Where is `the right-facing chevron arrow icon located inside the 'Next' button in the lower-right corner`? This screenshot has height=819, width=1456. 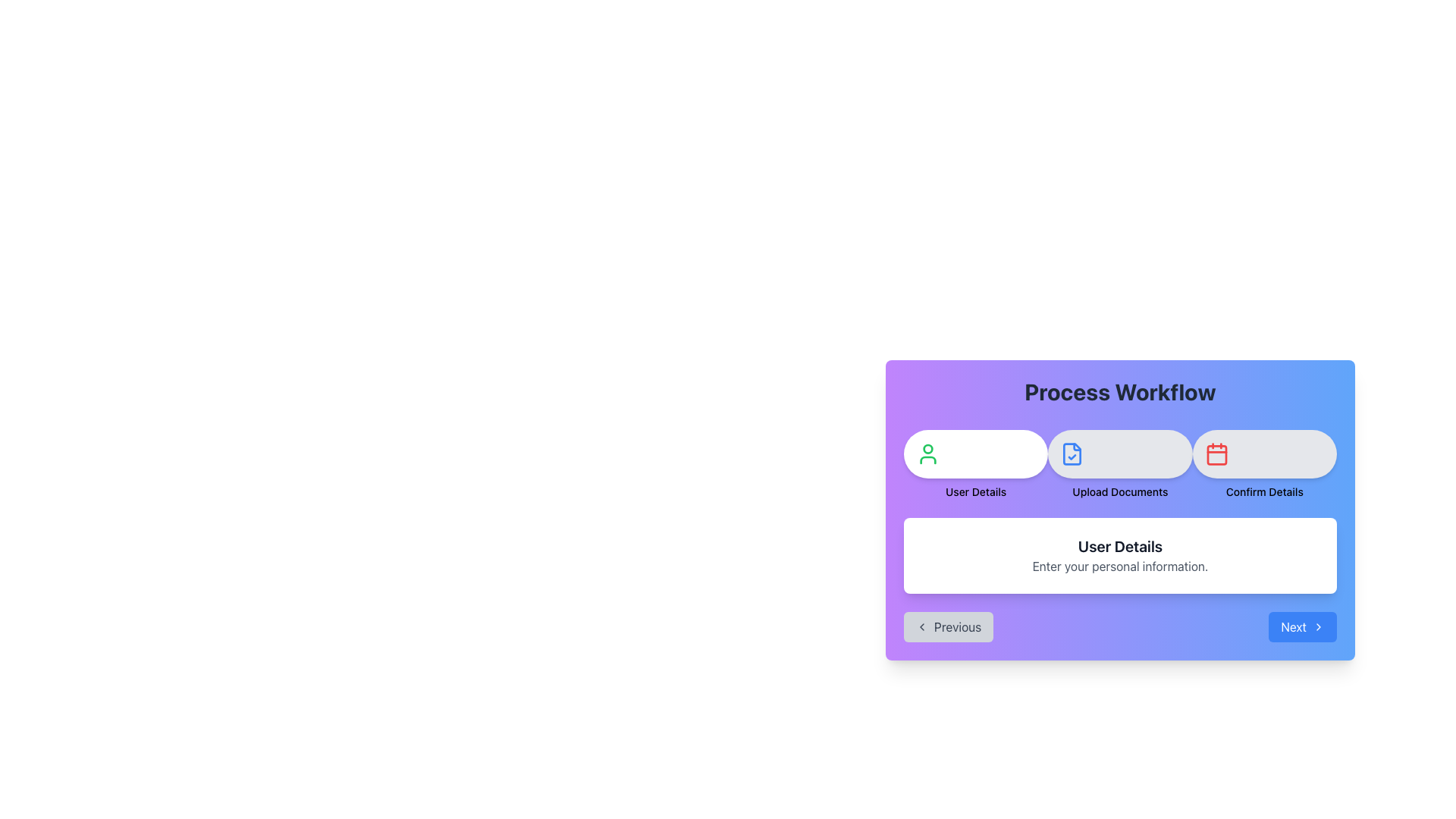
the right-facing chevron arrow icon located inside the 'Next' button in the lower-right corner is located at coordinates (1317, 626).